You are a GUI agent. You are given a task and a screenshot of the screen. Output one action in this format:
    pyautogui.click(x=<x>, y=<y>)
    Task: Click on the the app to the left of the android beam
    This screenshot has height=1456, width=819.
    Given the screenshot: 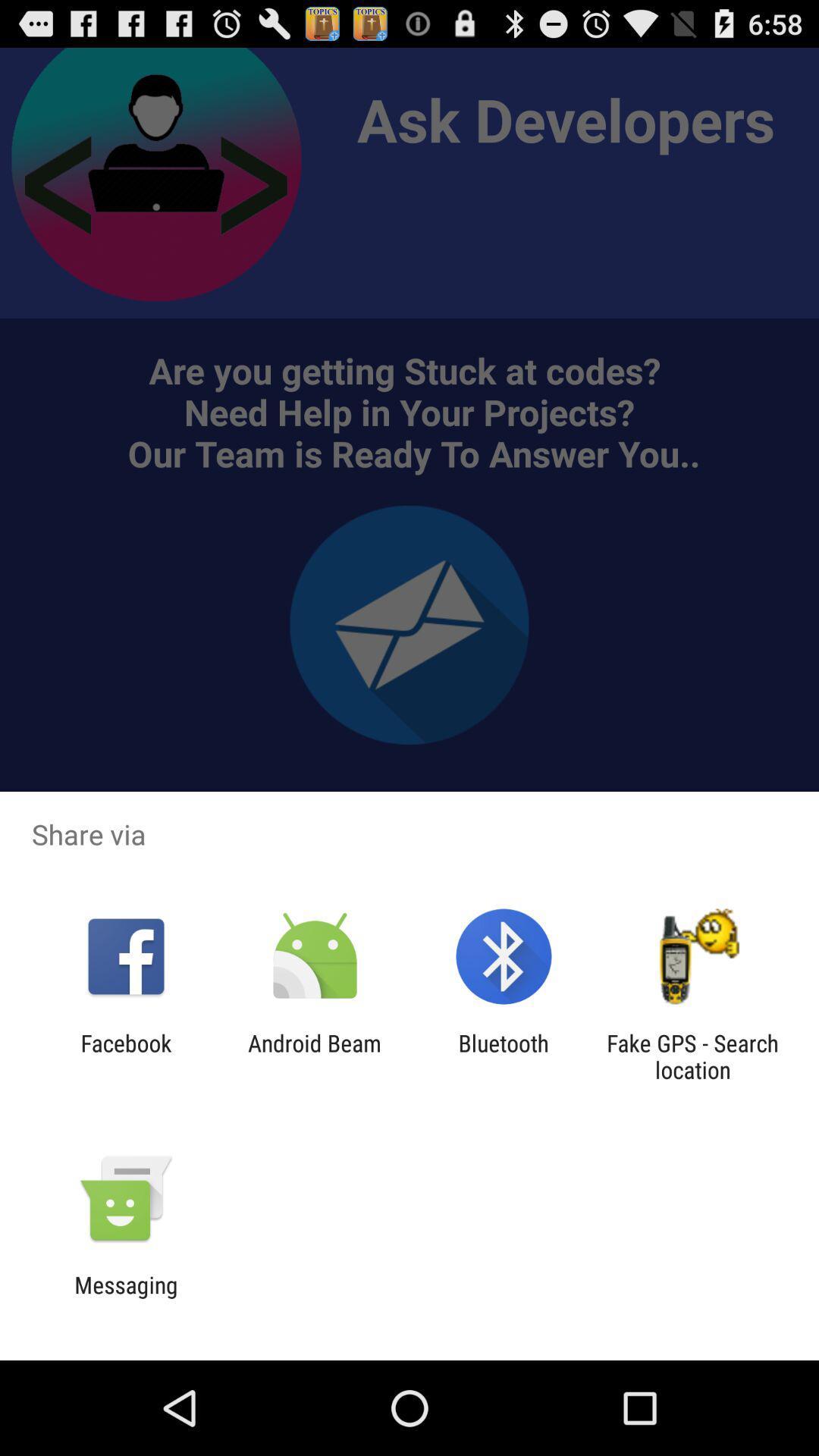 What is the action you would take?
    pyautogui.click(x=125, y=1056)
    